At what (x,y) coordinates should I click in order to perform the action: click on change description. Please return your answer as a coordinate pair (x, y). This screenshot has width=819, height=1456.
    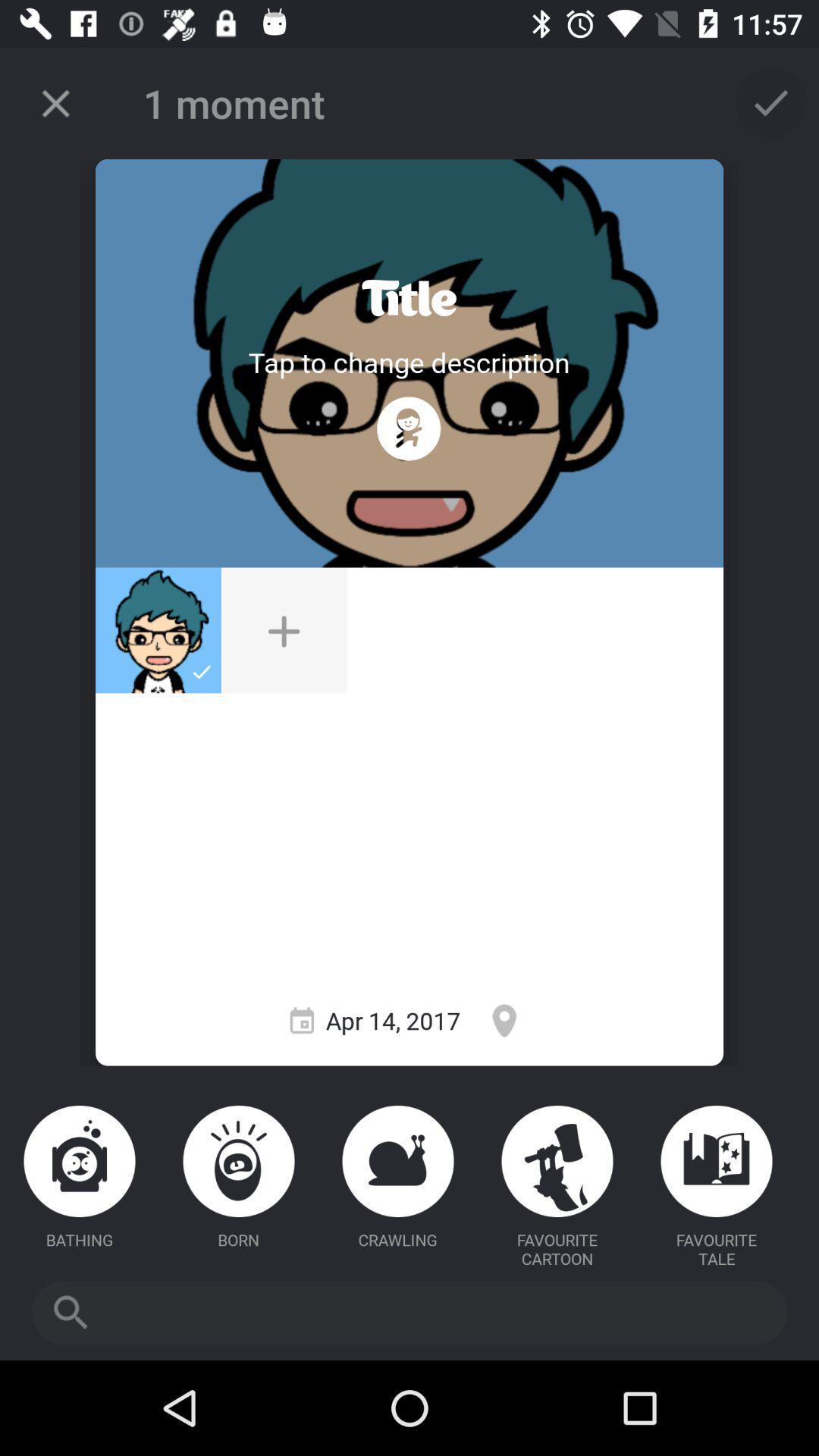
    Looking at the image, I should click on (408, 361).